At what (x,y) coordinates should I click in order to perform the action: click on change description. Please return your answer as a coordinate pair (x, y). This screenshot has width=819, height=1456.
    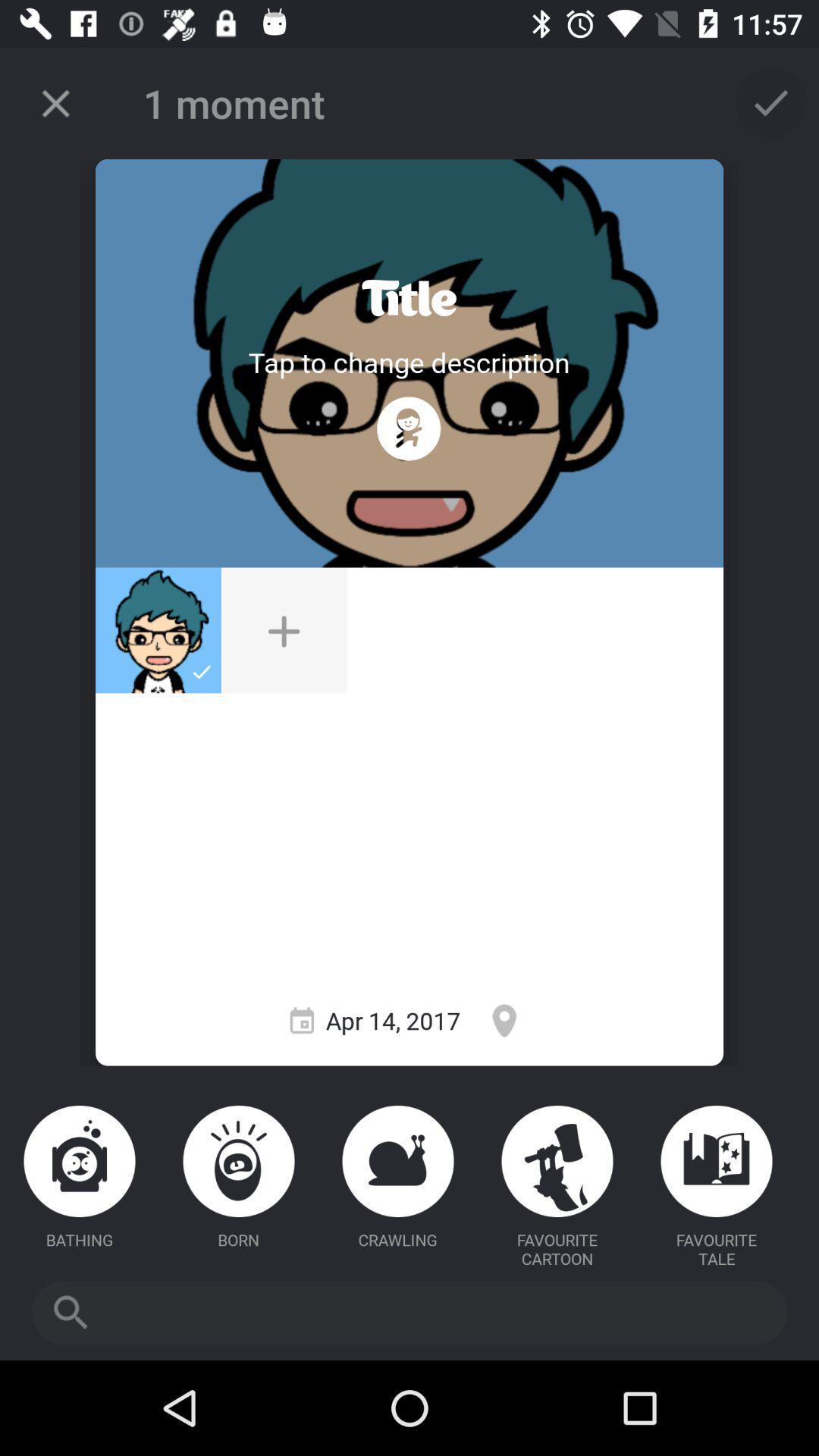
    Looking at the image, I should click on (408, 361).